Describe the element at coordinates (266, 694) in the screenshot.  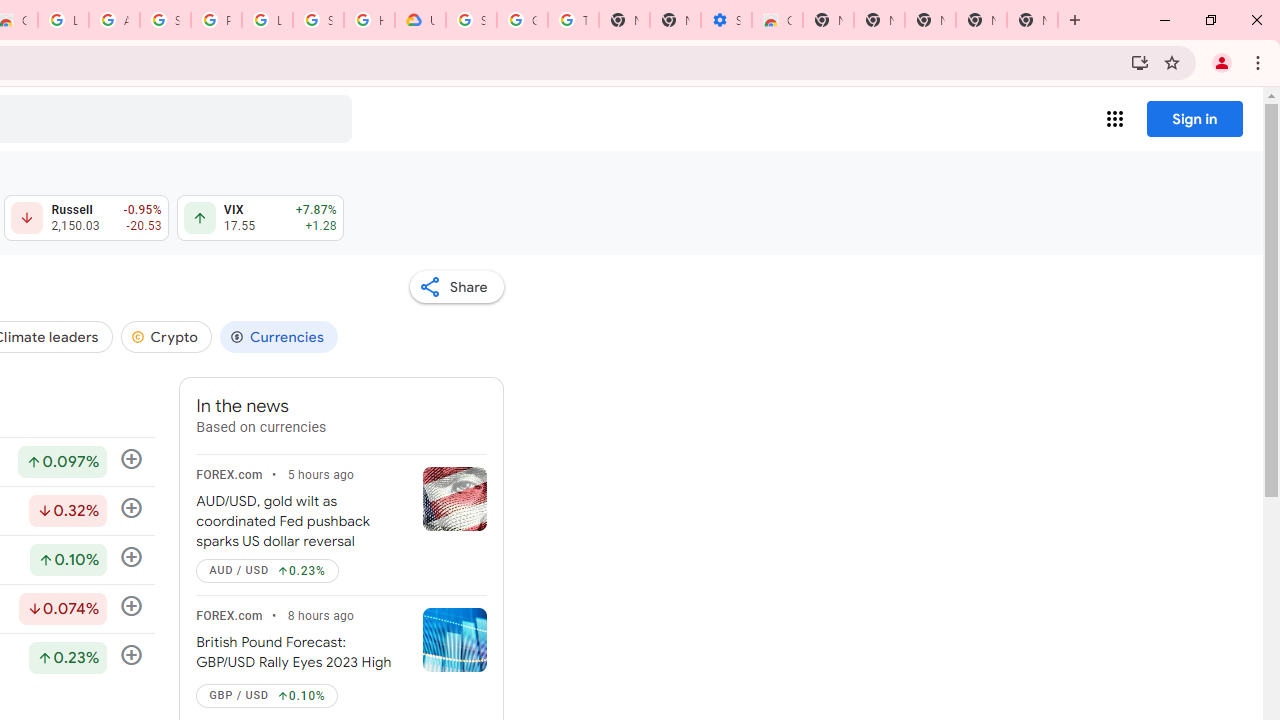
I see `'GBP / USD Up by 0.077%'` at that location.